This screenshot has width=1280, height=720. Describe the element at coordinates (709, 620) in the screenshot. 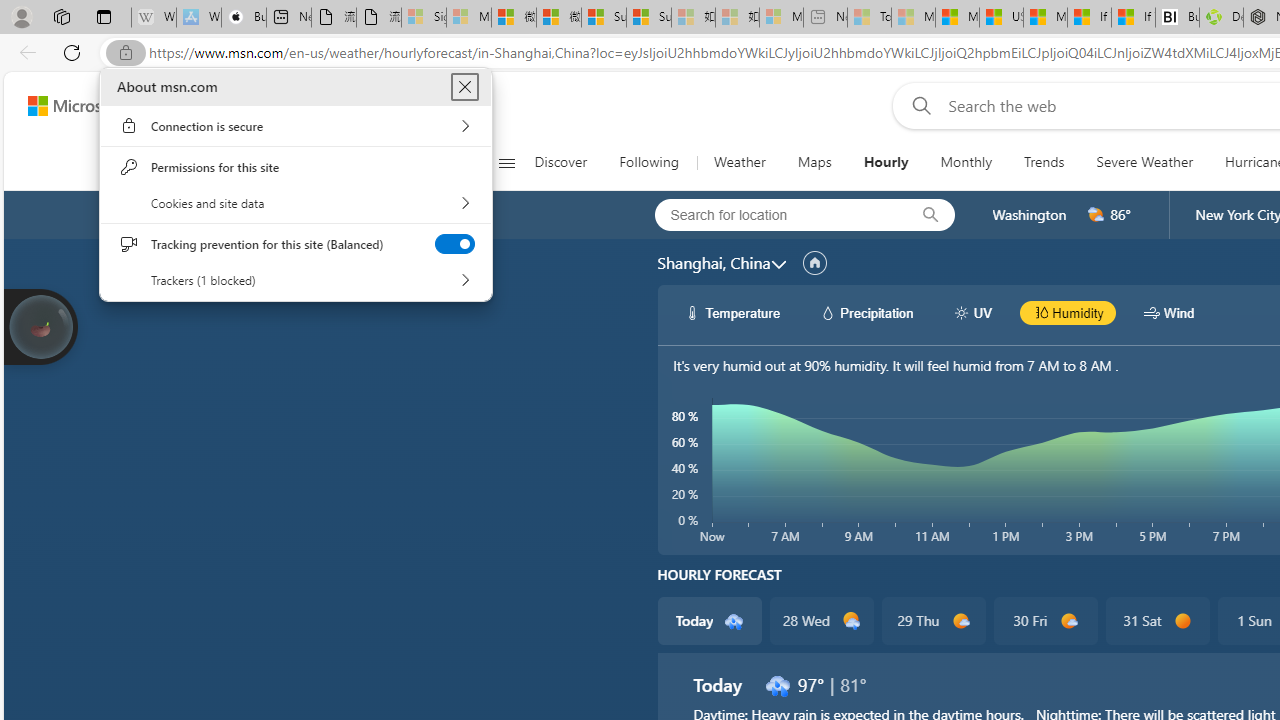

I see `'Today d4300'` at that location.